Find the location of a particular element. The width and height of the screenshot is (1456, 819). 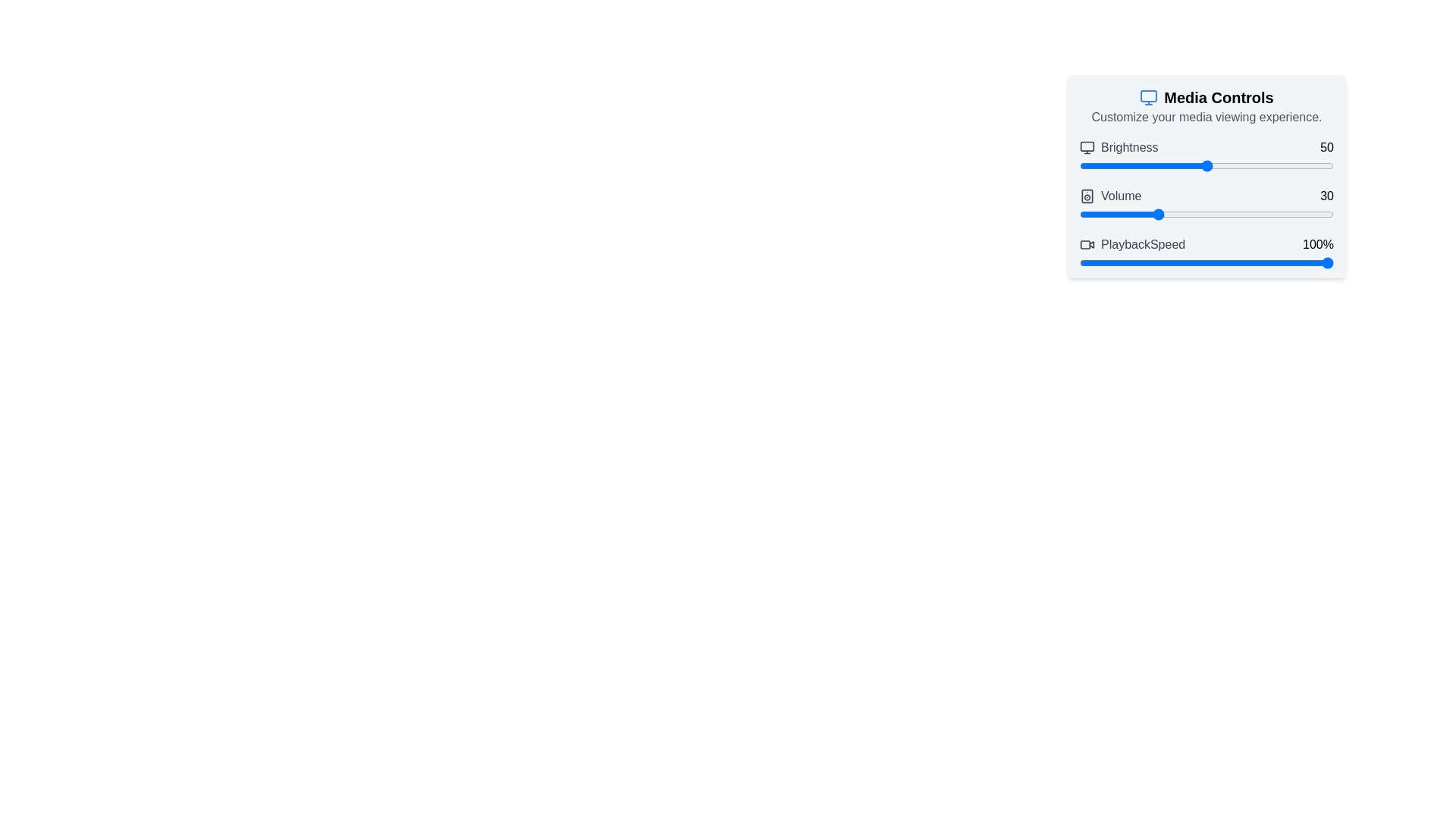

the Playback Speed slider to 3% is located at coordinates (1087, 262).